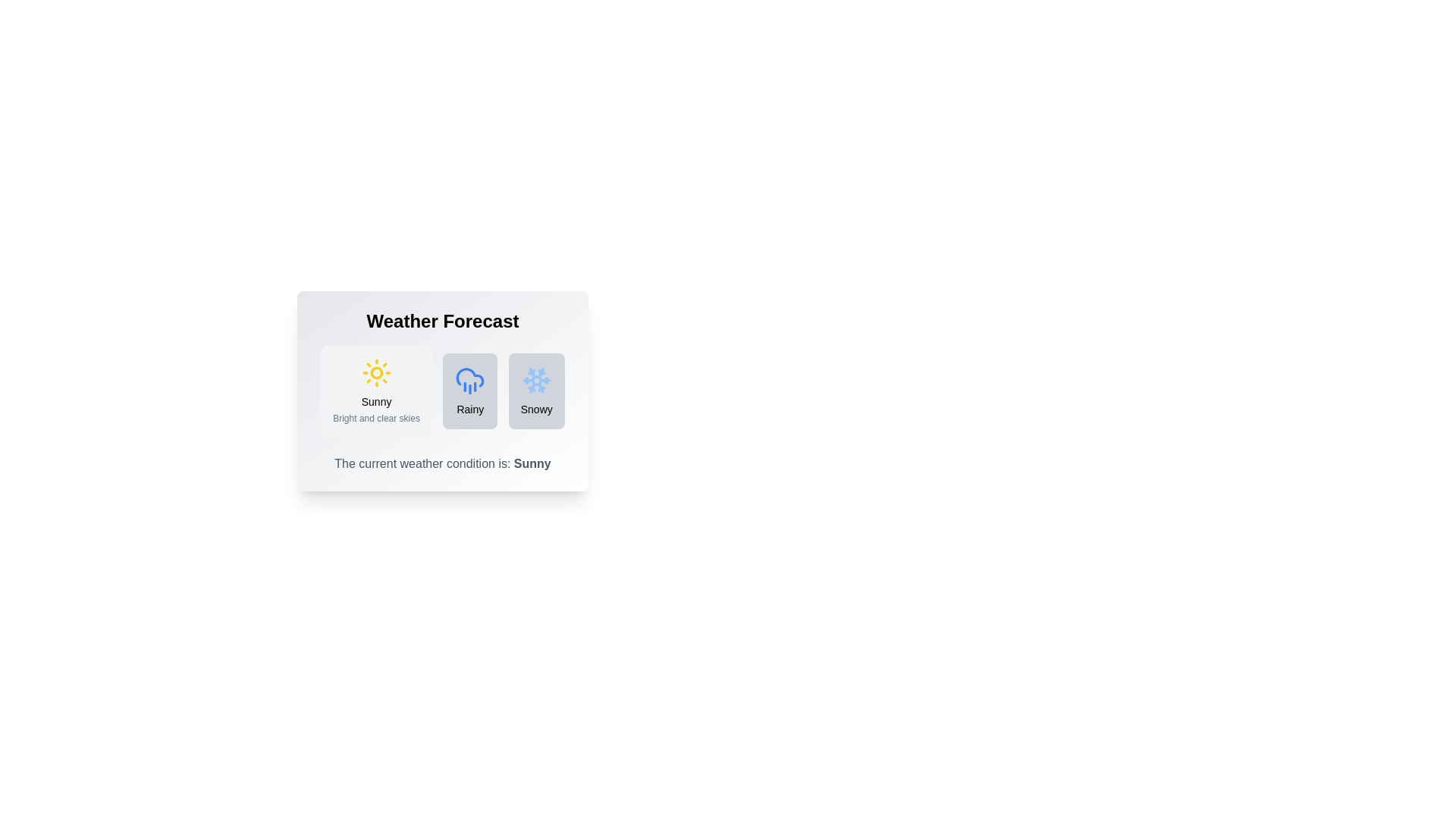  What do you see at coordinates (469, 391) in the screenshot?
I see `the weather condition button corresponding to Rainy` at bounding box center [469, 391].